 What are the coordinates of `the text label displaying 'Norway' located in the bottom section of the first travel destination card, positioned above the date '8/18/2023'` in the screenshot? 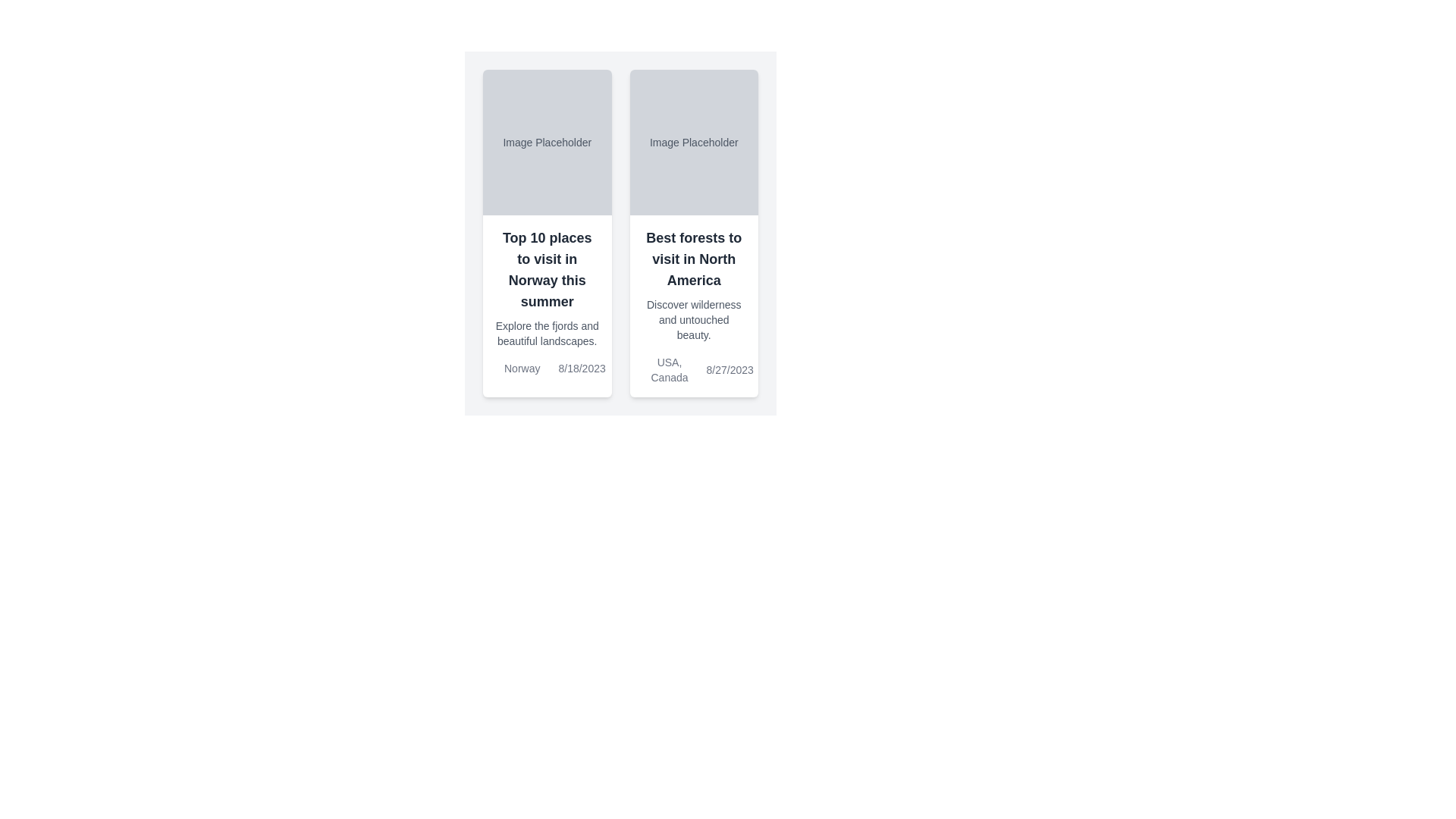 It's located at (522, 369).